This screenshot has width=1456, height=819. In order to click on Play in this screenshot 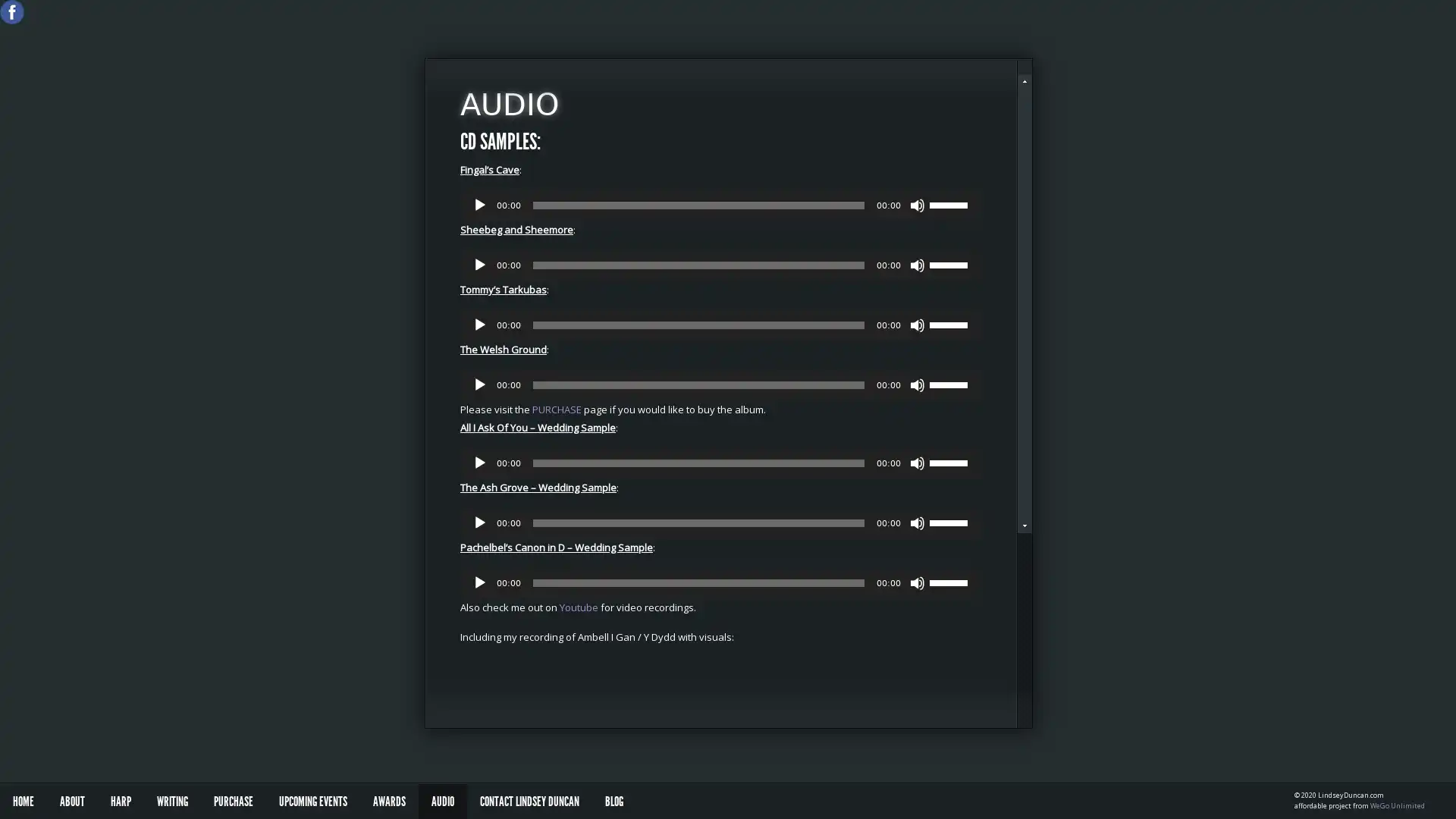, I will do `click(479, 462)`.